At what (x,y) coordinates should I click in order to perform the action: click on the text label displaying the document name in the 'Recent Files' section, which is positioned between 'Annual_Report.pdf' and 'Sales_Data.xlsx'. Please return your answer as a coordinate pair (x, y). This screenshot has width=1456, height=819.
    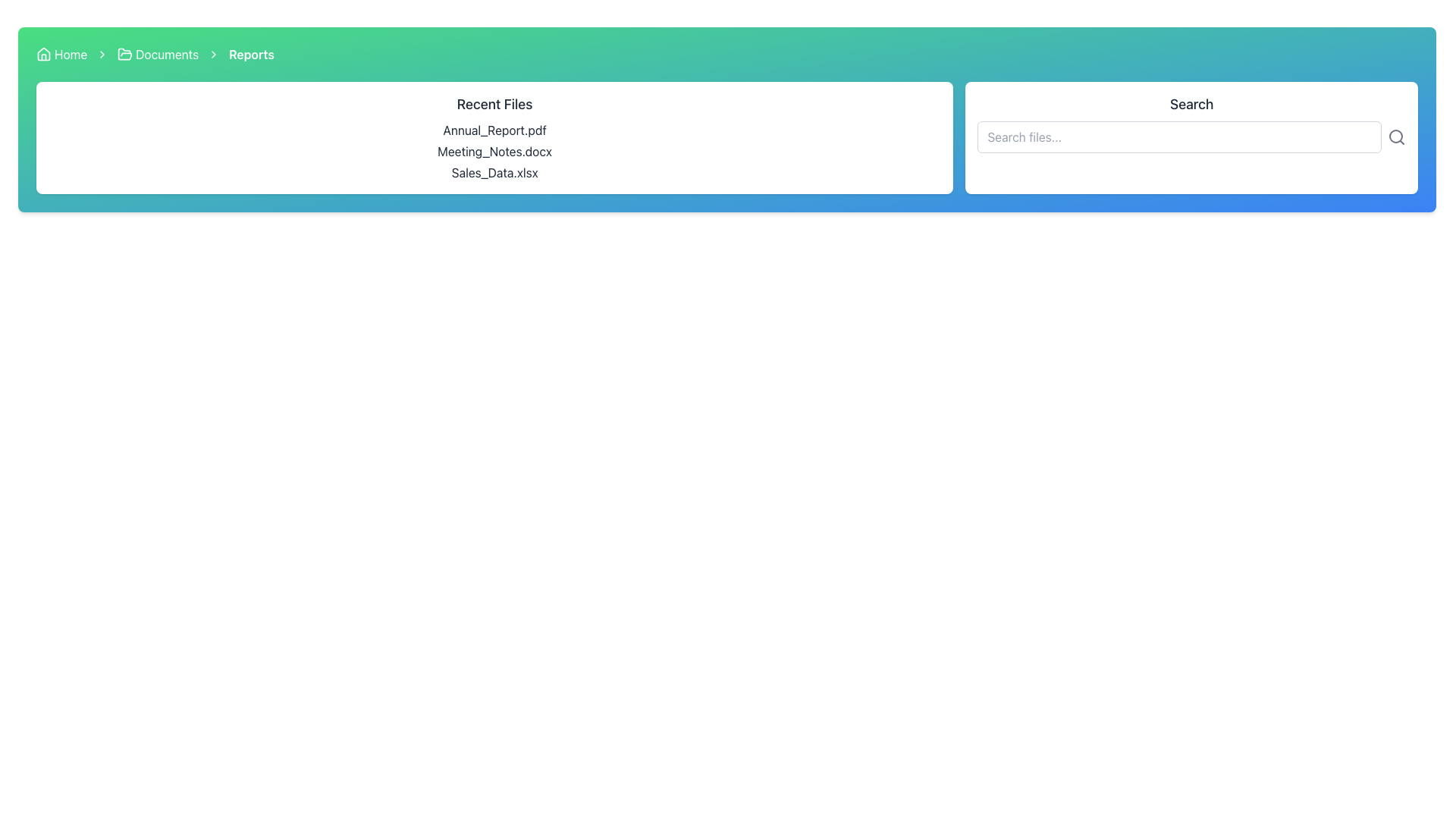
    Looking at the image, I should click on (494, 152).